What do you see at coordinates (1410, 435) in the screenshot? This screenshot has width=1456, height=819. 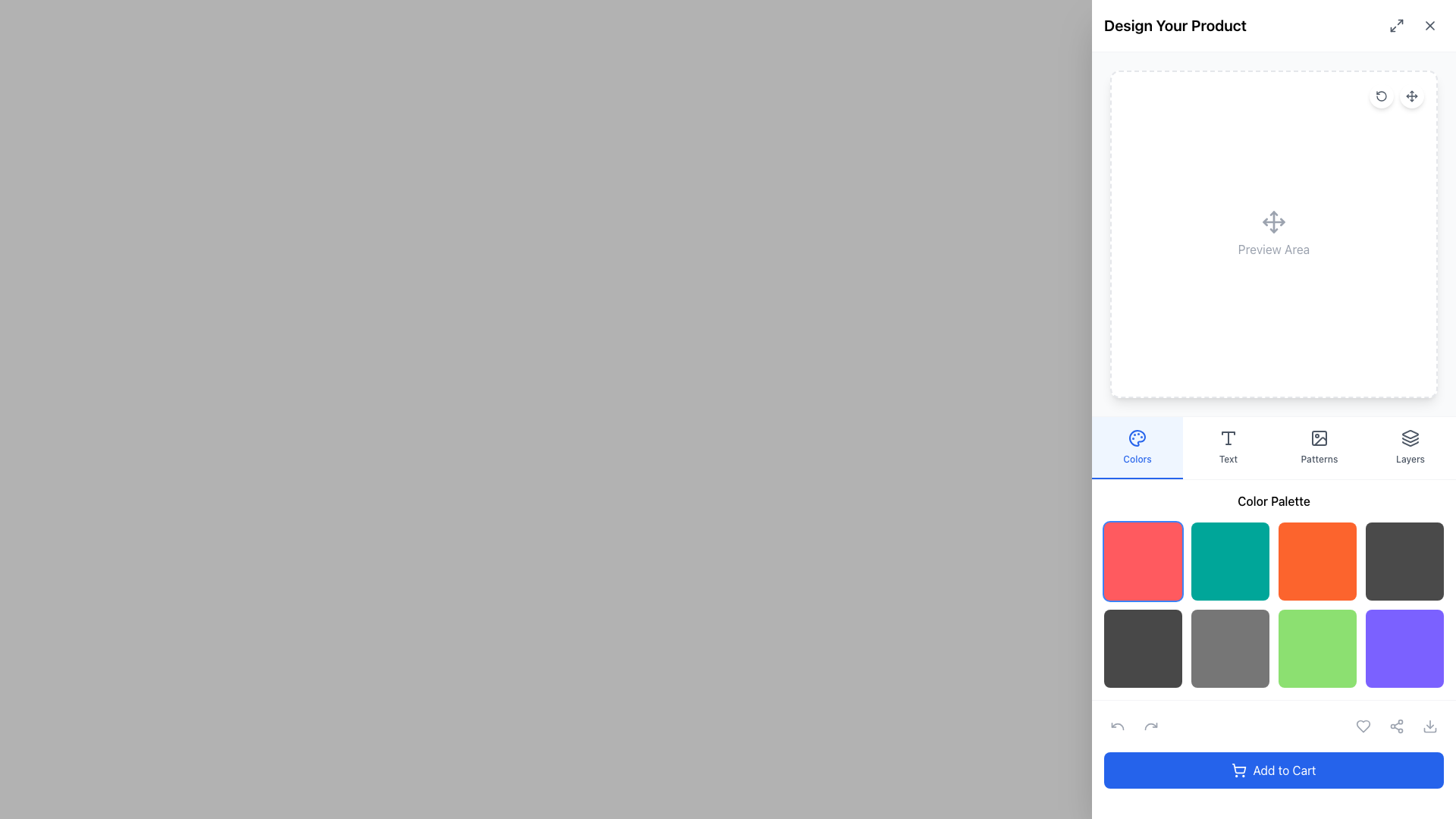 I see `the top triangular layer of the layered icon, which serves a visual purpose in the UI` at bounding box center [1410, 435].